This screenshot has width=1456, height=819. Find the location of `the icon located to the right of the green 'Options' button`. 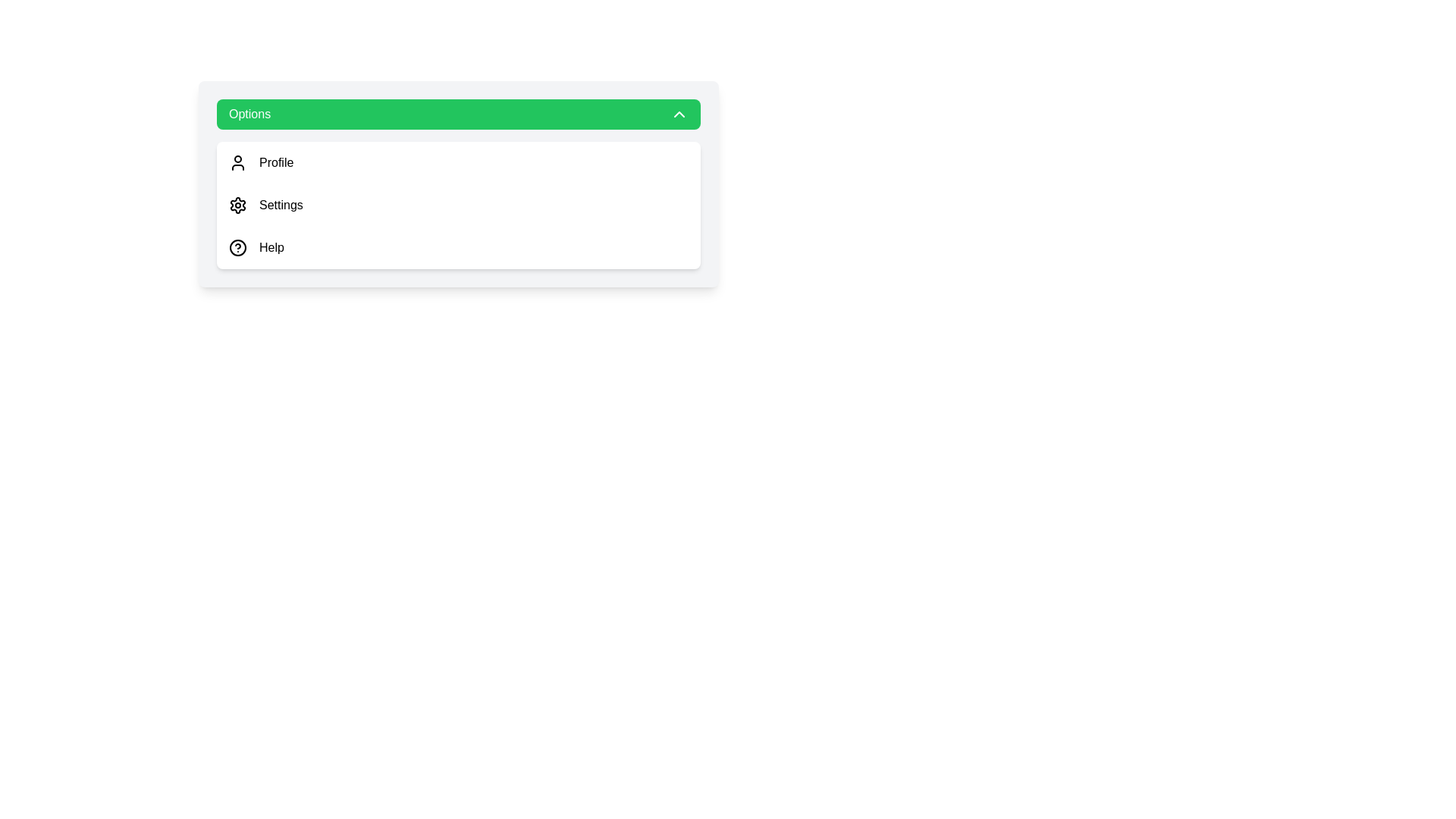

the icon located to the right of the green 'Options' button is located at coordinates (679, 113).